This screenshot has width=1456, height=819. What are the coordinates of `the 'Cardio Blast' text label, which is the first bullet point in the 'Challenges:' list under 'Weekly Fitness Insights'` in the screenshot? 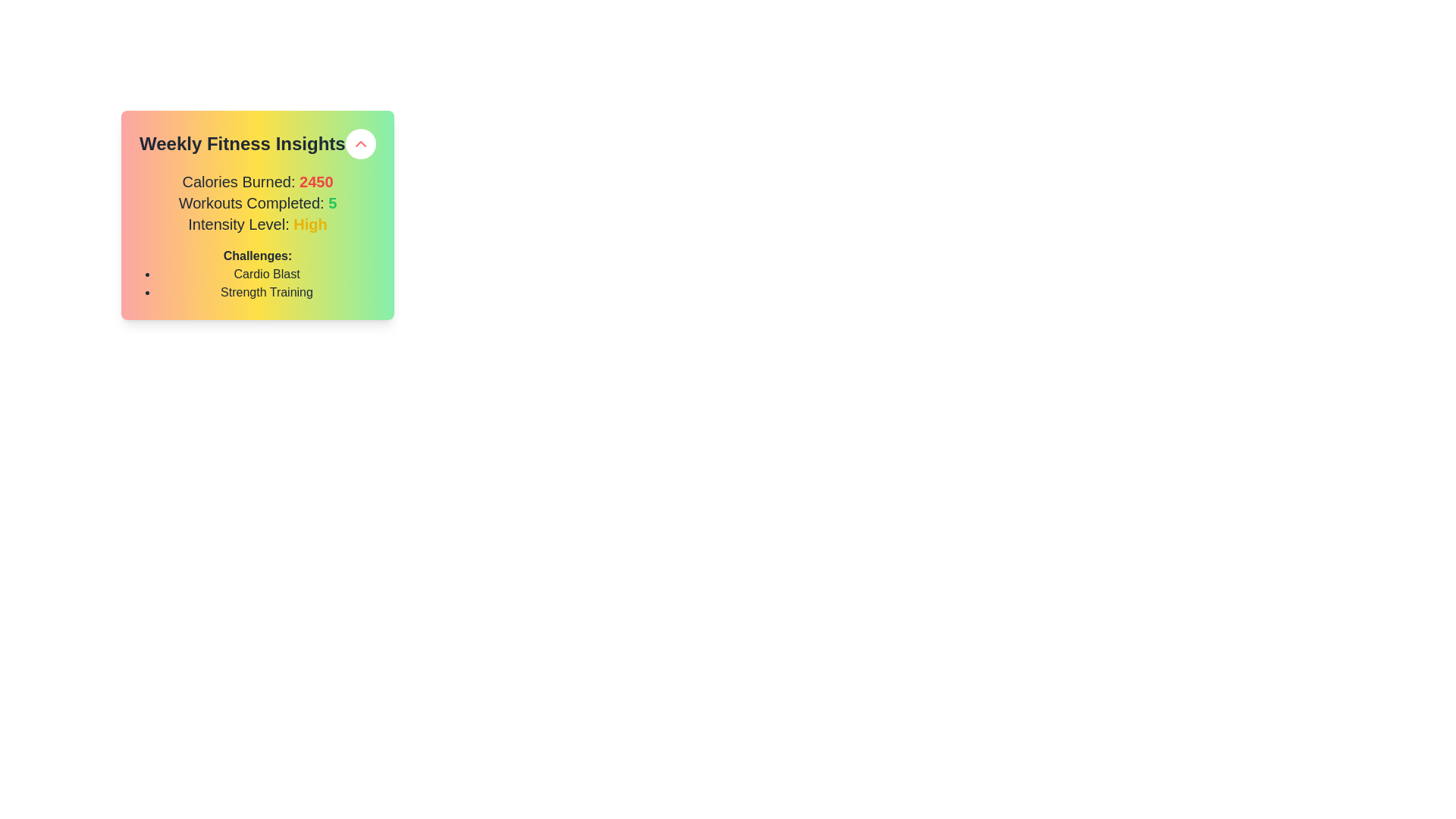 It's located at (266, 275).